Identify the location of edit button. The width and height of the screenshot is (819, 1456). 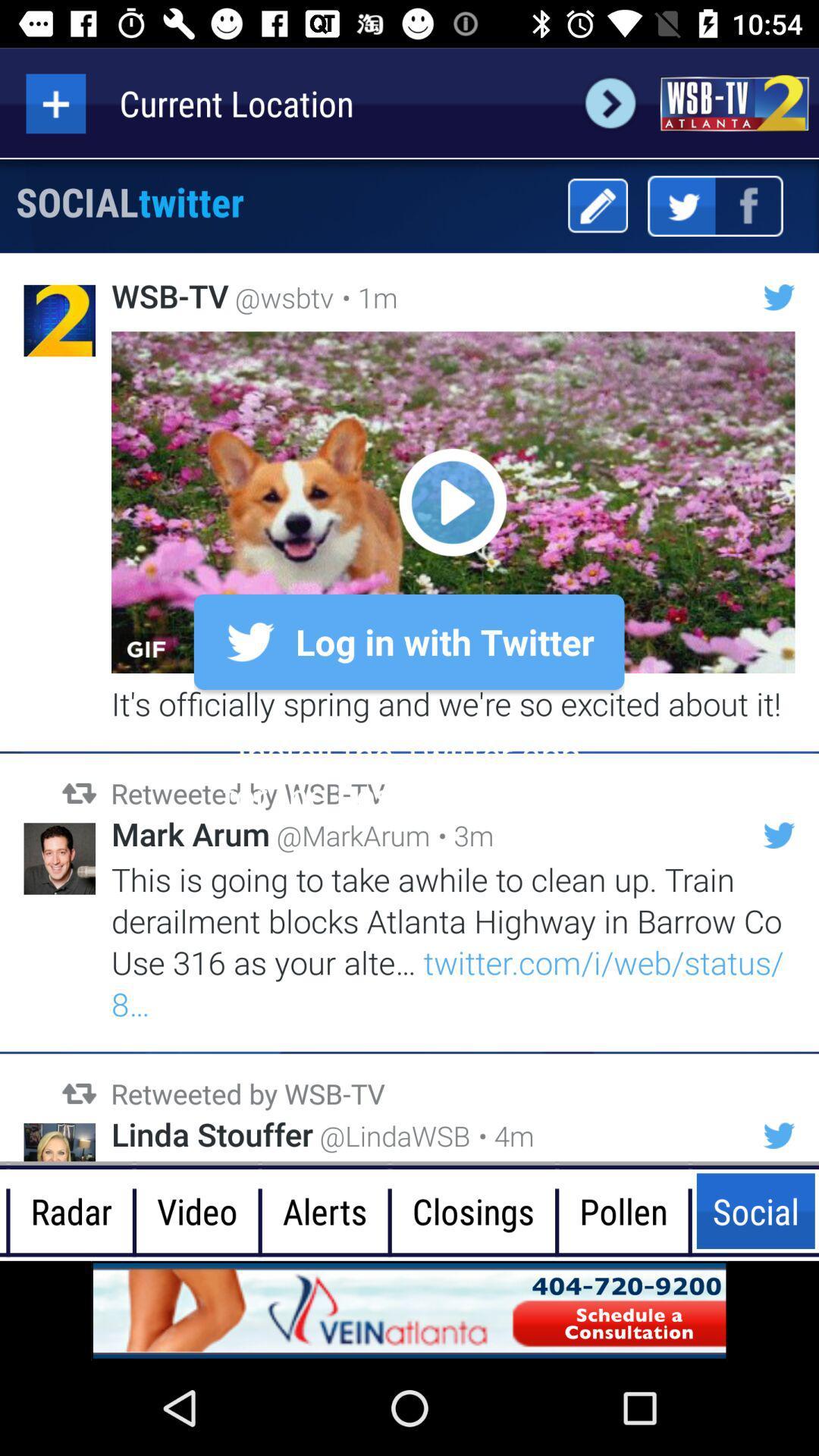
(597, 205).